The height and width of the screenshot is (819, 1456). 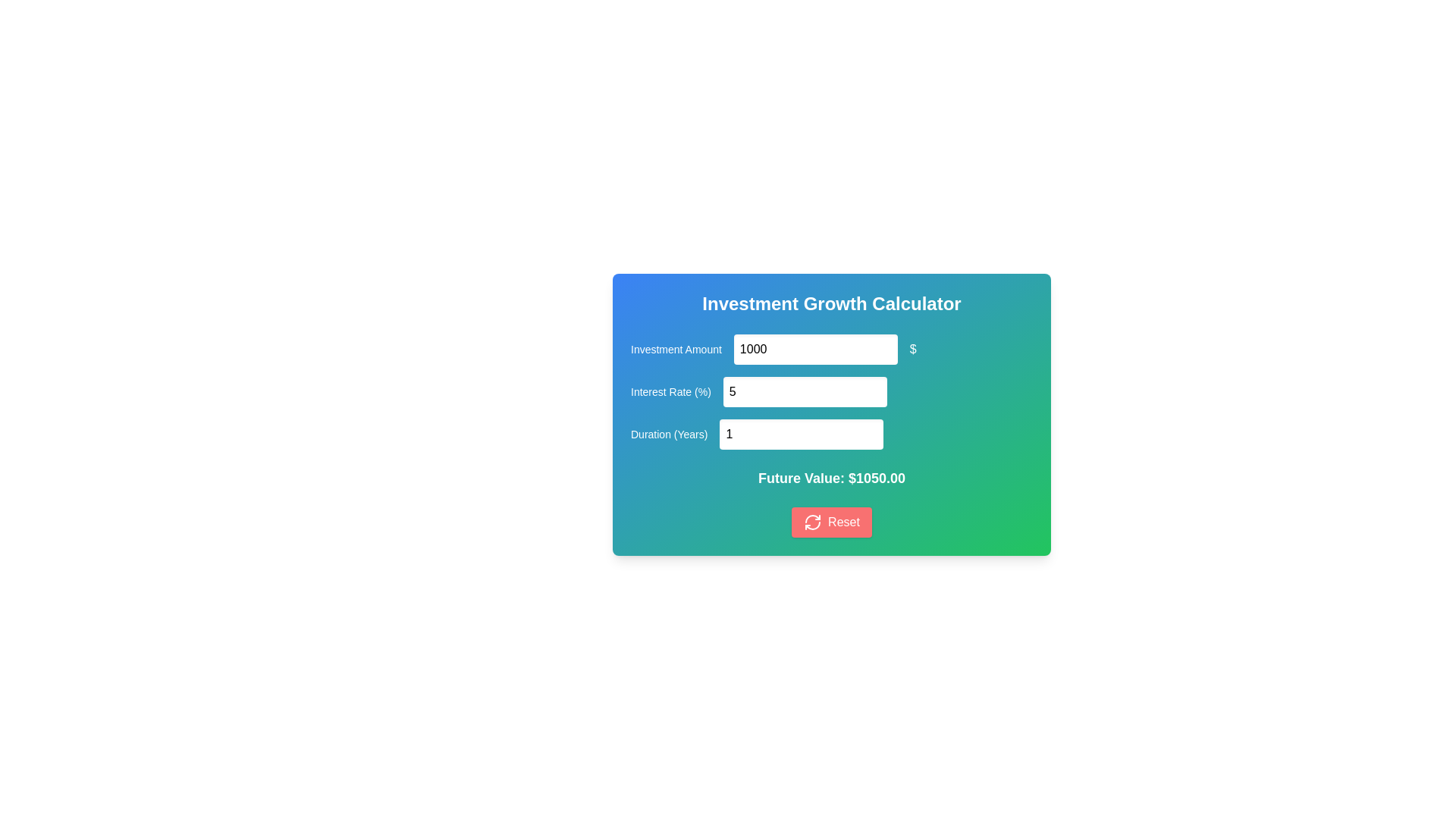 What do you see at coordinates (831, 304) in the screenshot?
I see `the header displaying 'Investment Growth Calculator' which is positioned centrally at the top of the panel with a gradient background` at bounding box center [831, 304].